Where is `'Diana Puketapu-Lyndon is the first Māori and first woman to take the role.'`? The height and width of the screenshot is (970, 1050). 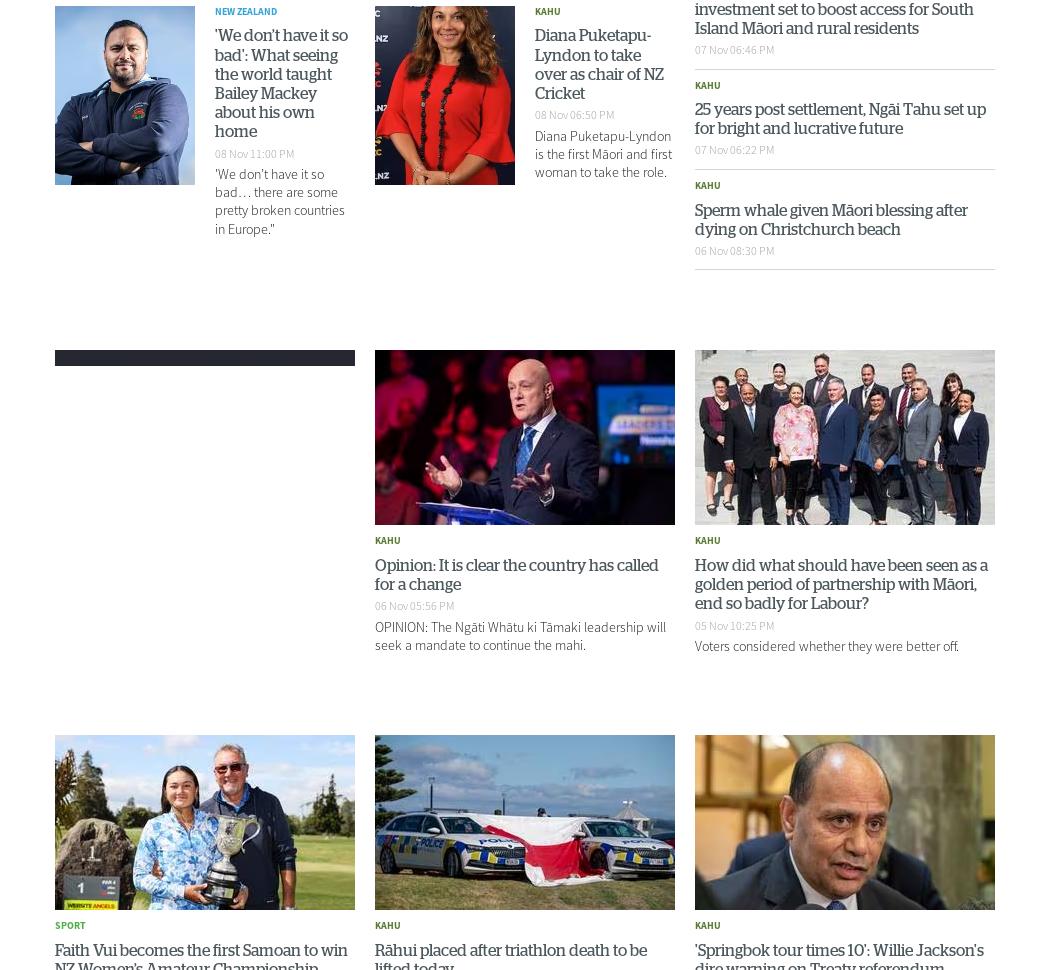
'Diana Puketapu-Lyndon is the first Māori and first woman to take the role.' is located at coordinates (534, 152).